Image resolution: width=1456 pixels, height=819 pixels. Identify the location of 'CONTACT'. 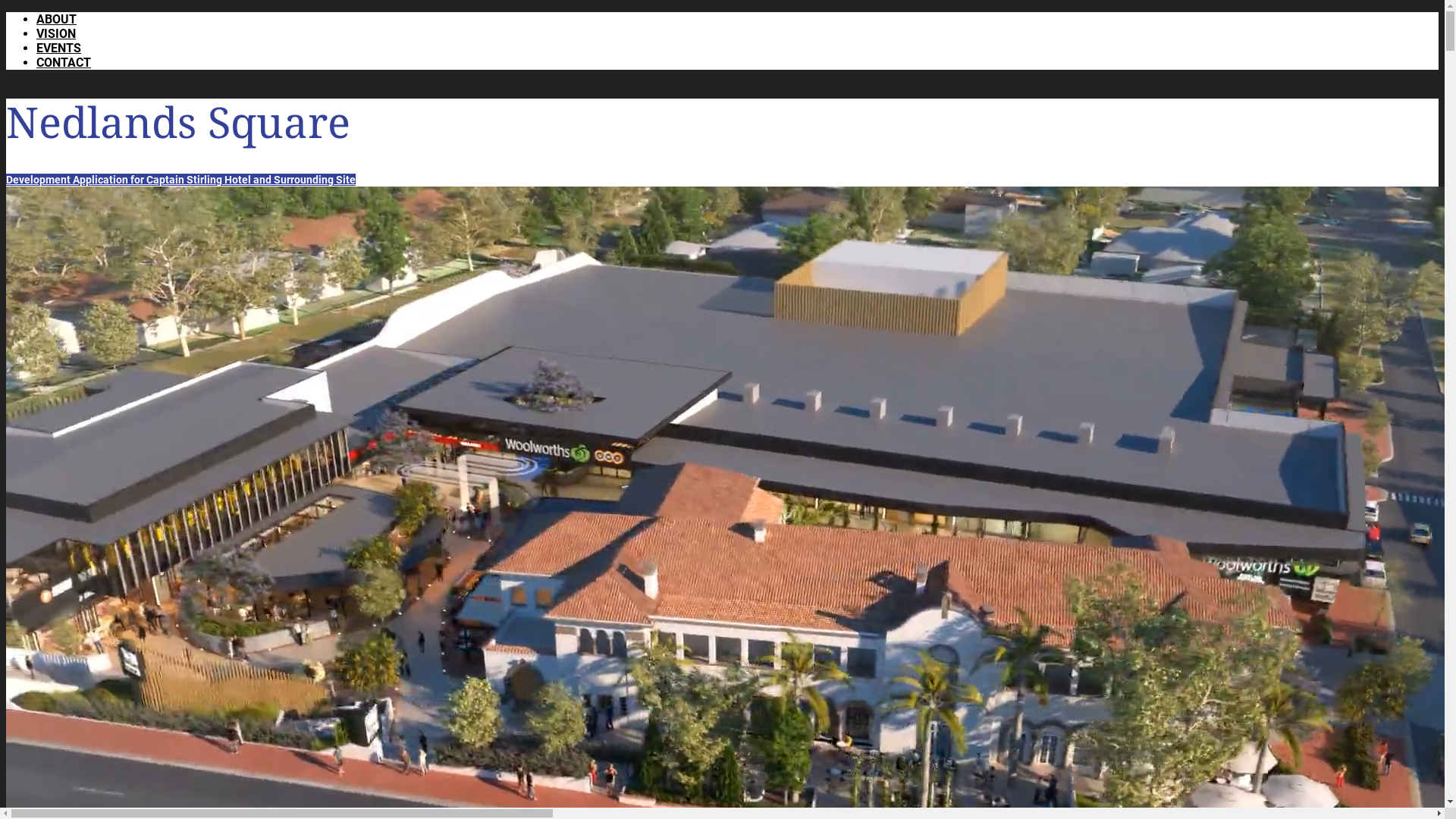
(36, 61).